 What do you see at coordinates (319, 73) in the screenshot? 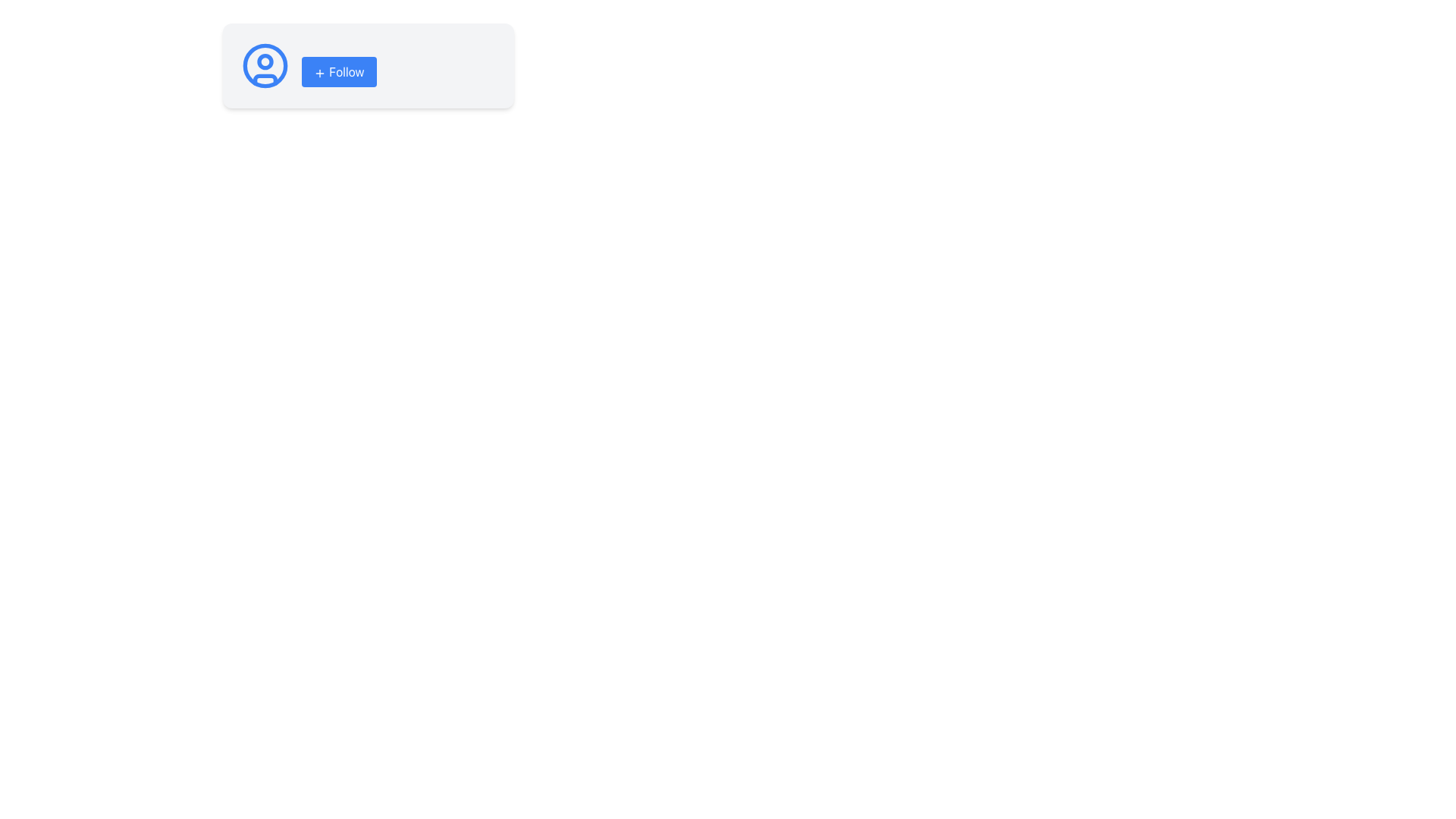
I see `the plus sign icon located to the left of the 'Follow' text inside the blue button` at bounding box center [319, 73].